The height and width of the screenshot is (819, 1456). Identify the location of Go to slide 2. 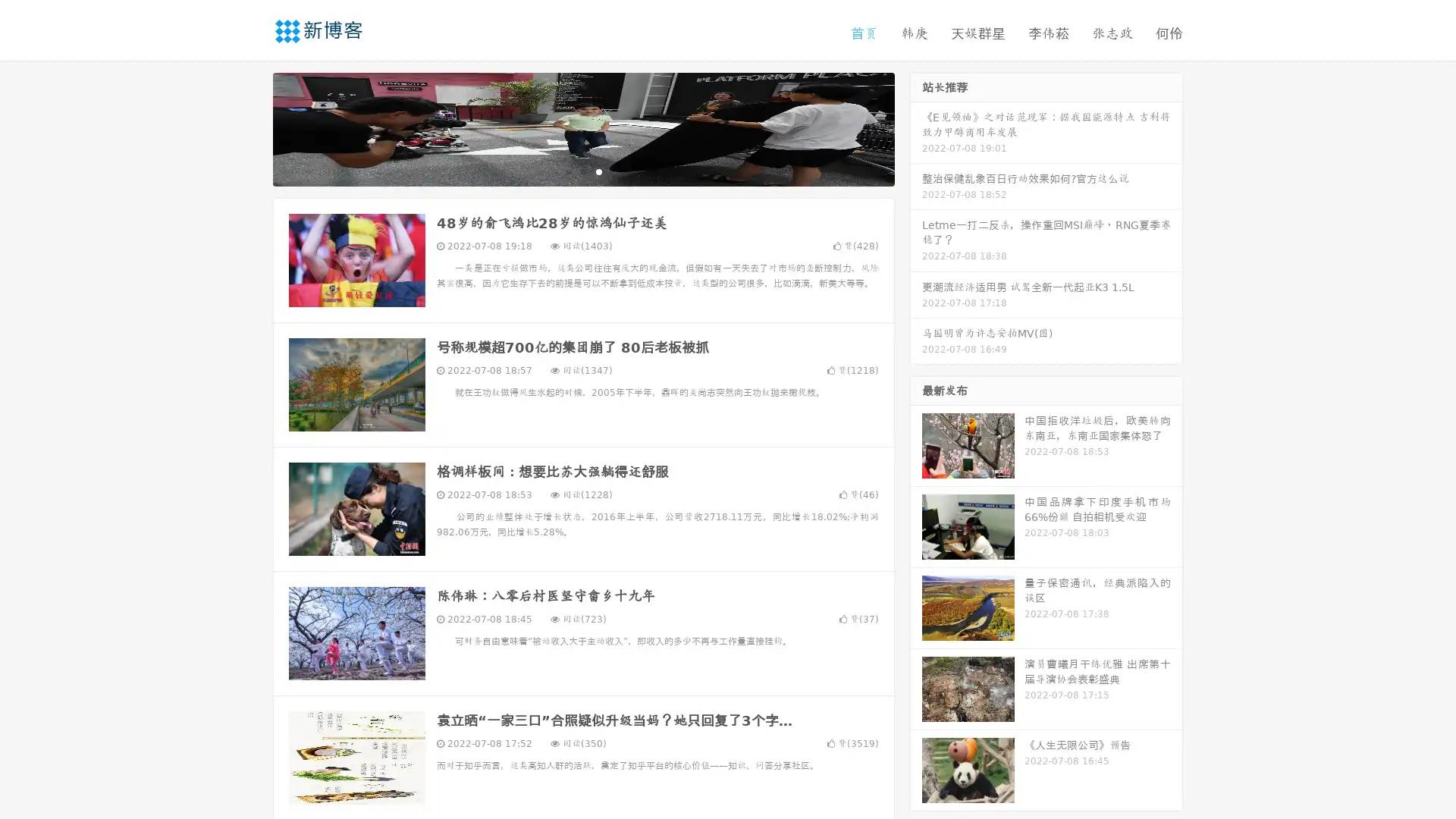
(582, 171).